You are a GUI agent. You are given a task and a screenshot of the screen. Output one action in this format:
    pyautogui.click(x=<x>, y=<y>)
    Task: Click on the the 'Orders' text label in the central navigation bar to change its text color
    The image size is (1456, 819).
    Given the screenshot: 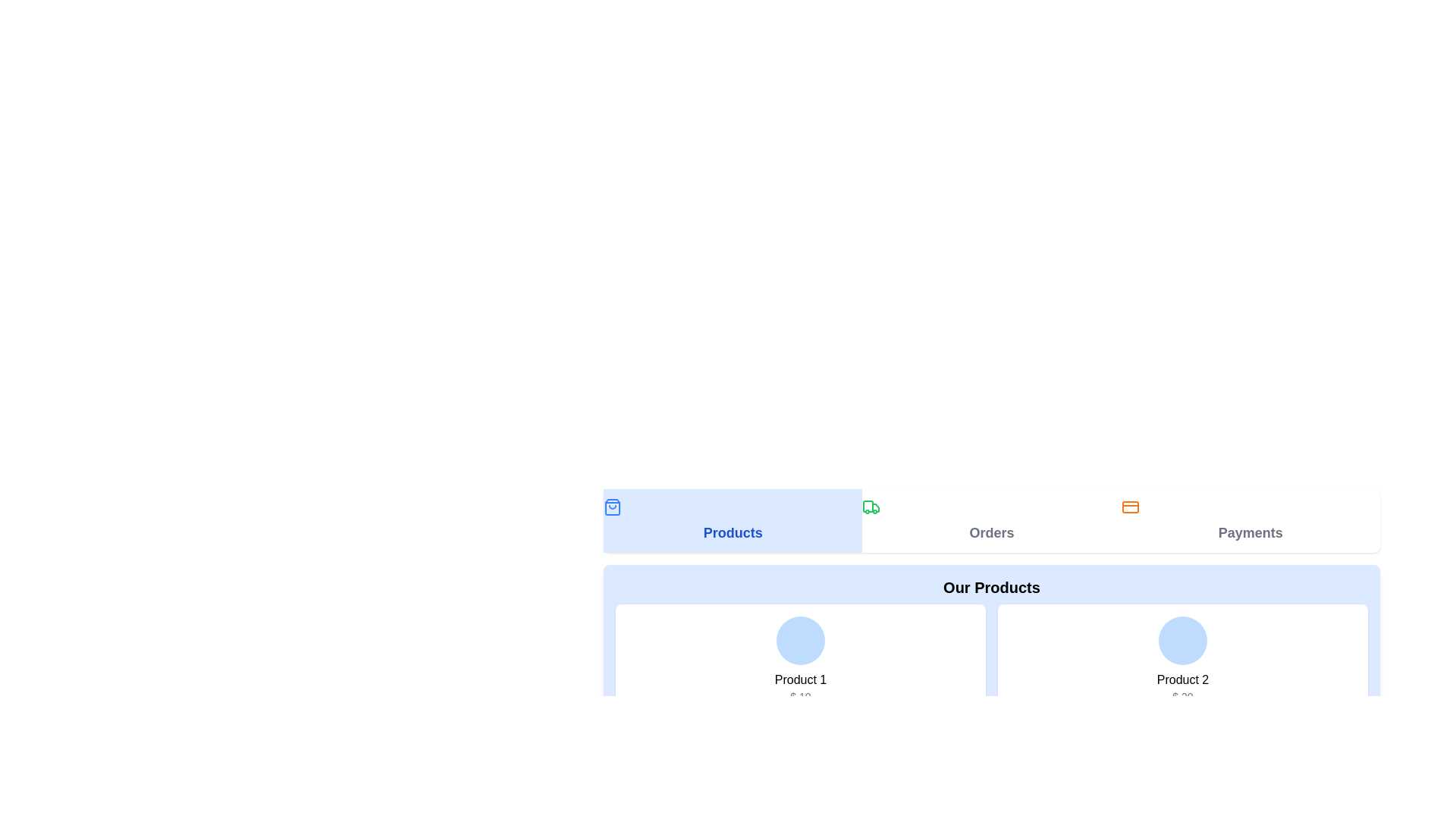 What is the action you would take?
    pyautogui.click(x=991, y=532)
    